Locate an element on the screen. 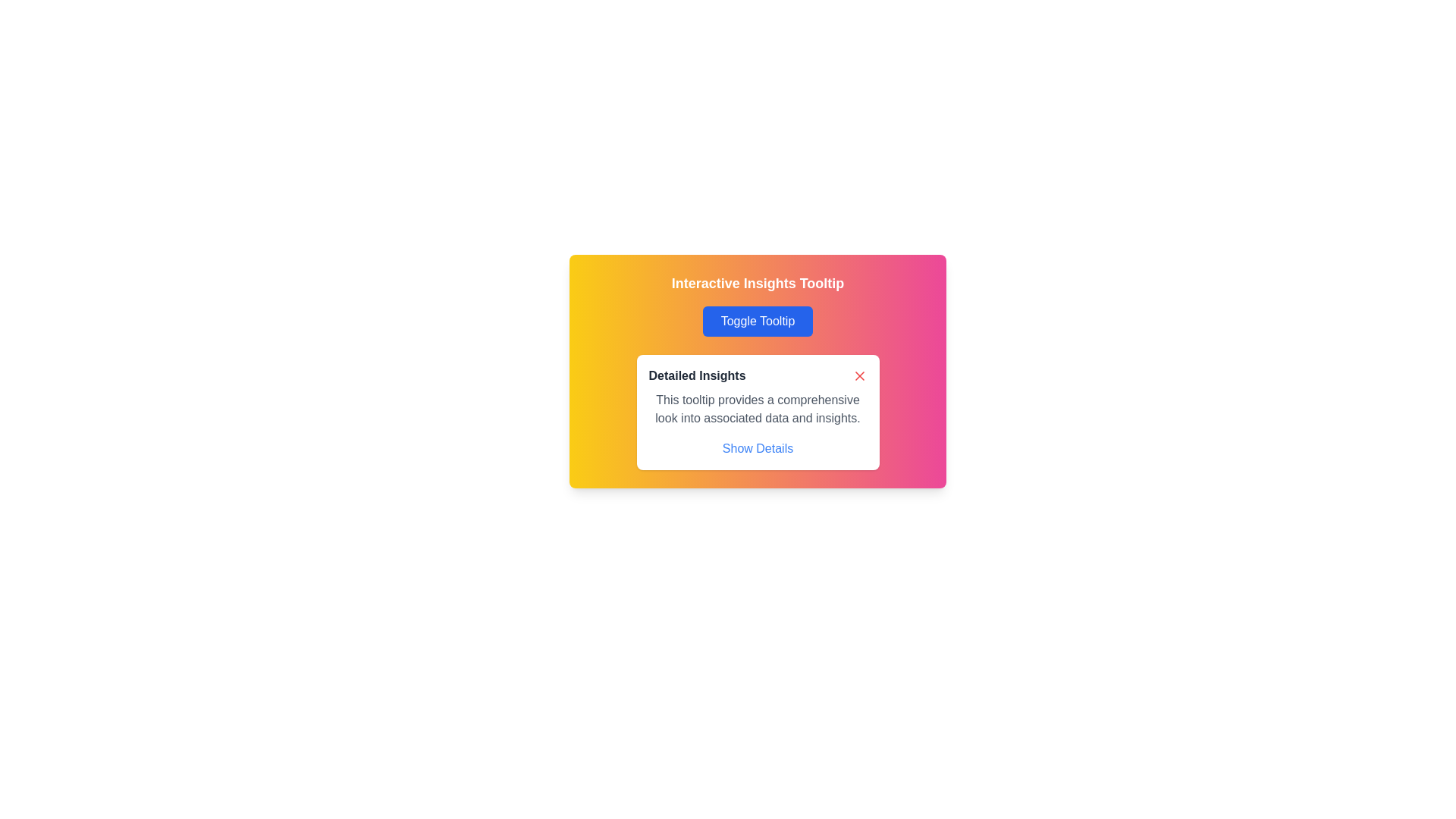  the Text Label that serves as a title or heading within the tooltip-like card, positioned to the left of the red close button is located at coordinates (695, 375).